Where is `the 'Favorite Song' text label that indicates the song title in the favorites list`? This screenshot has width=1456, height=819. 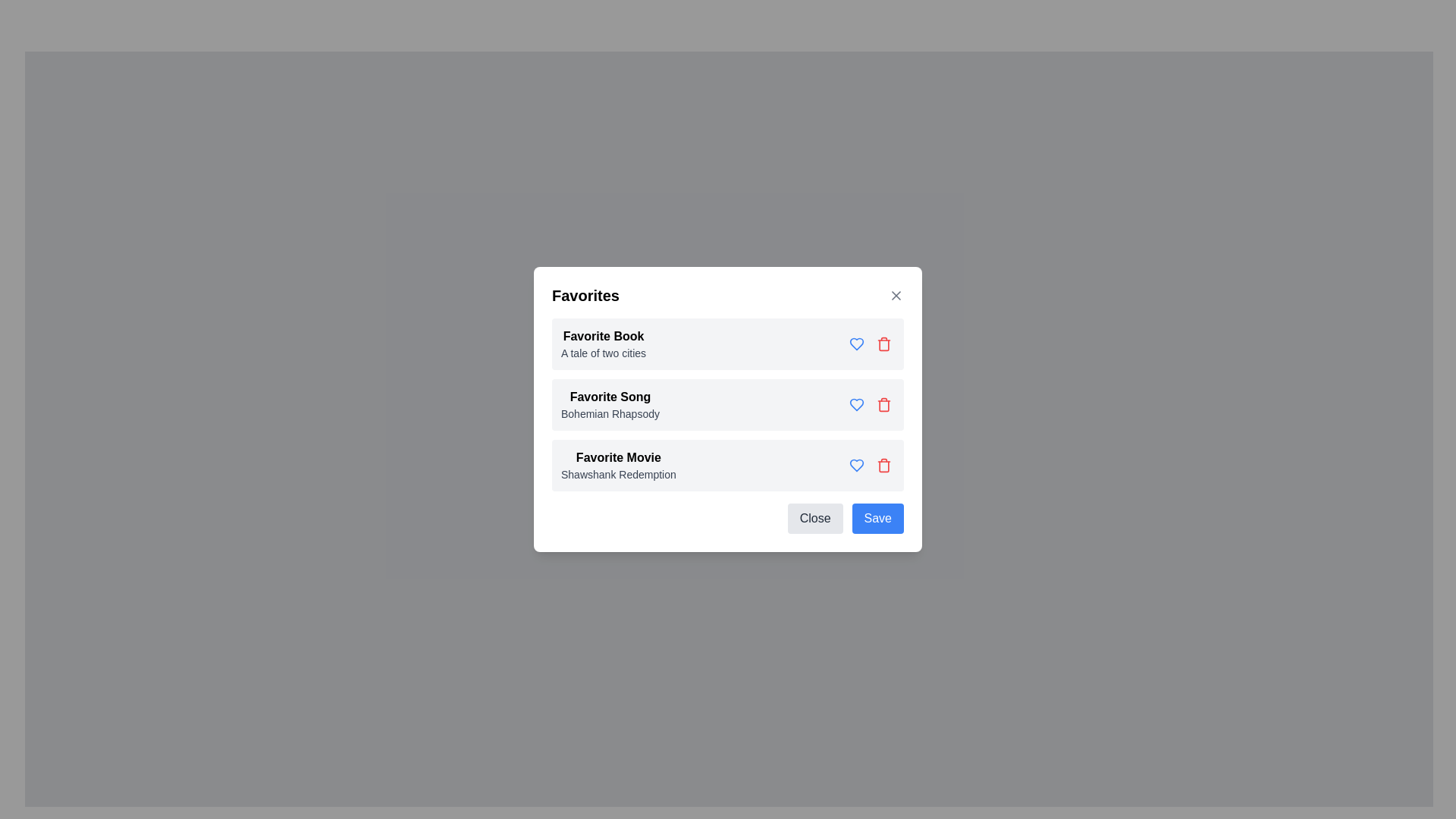
the 'Favorite Song' text label that indicates the song title in the favorites list is located at coordinates (610, 414).